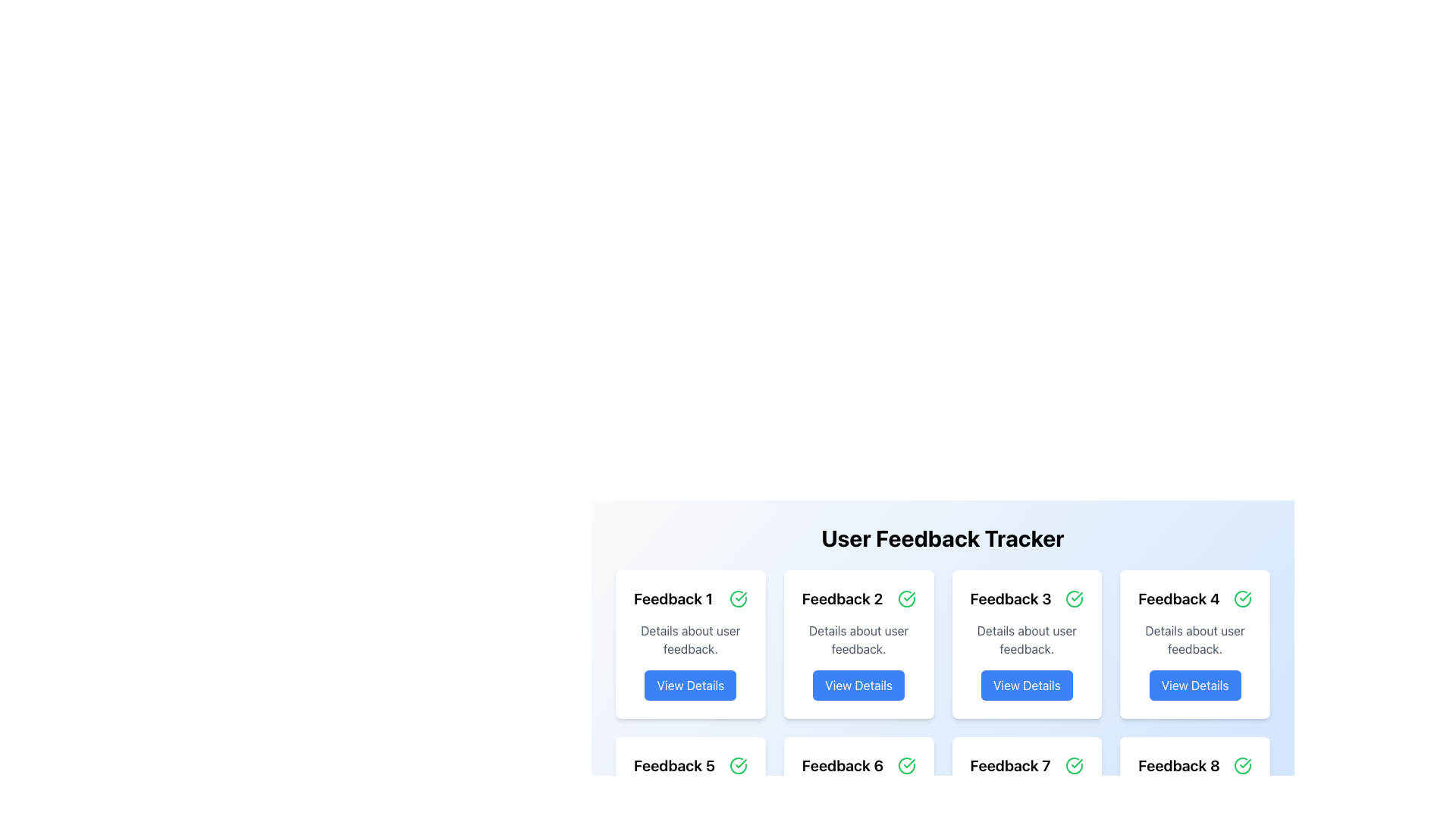 The width and height of the screenshot is (1456, 819). What do you see at coordinates (842, 766) in the screenshot?
I see `the 'Feedback 6' text label element which is displayed in bold, large font above the 'View Details' button in a card-style layout` at bounding box center [842, 766].